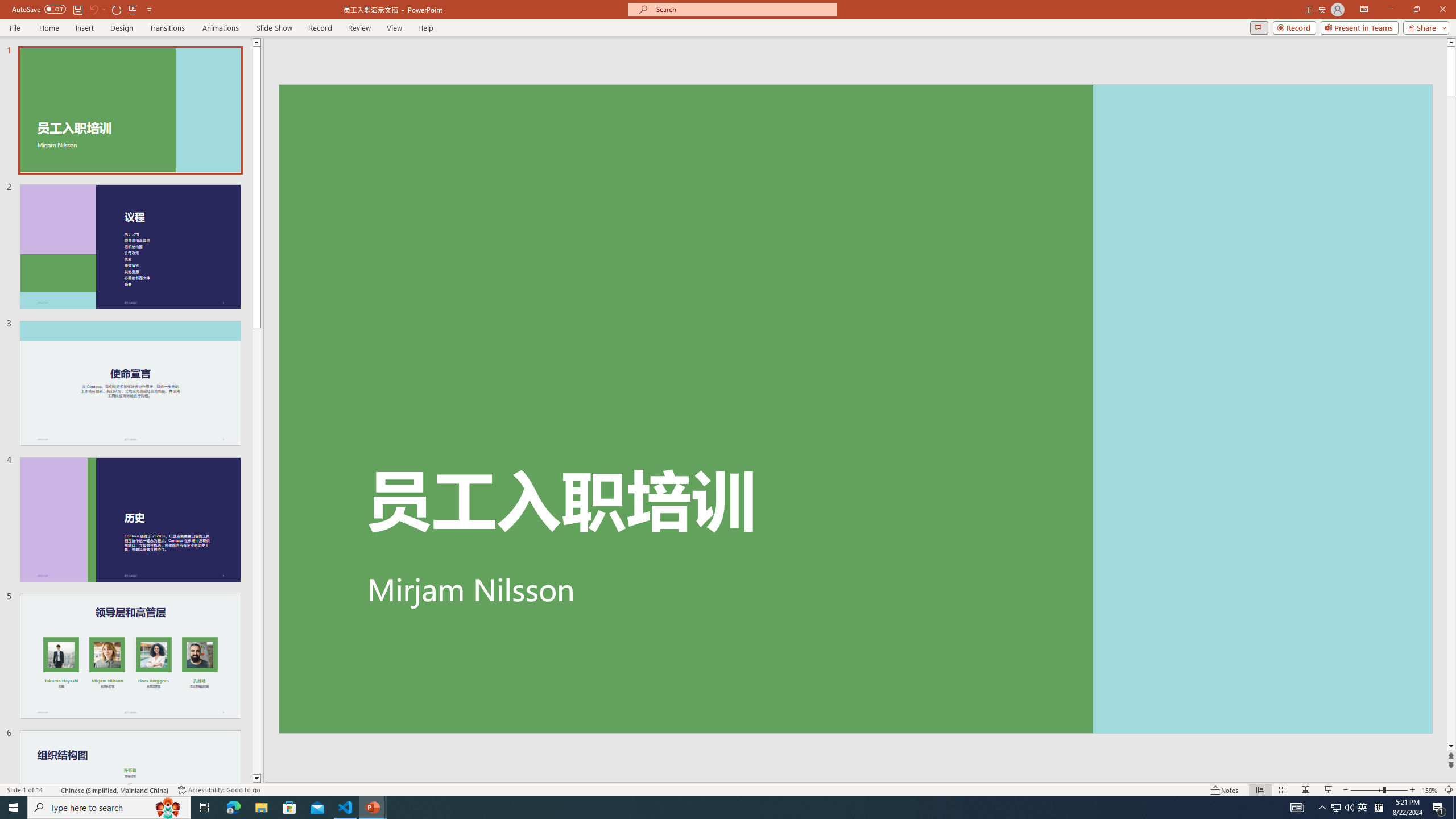 The width and height of the screenshot is (1456, 819). What do you see at coordinates (1430, 790) in the screenshot?
I see `'Zoom 159%'` at bounding box center [1430, 790].